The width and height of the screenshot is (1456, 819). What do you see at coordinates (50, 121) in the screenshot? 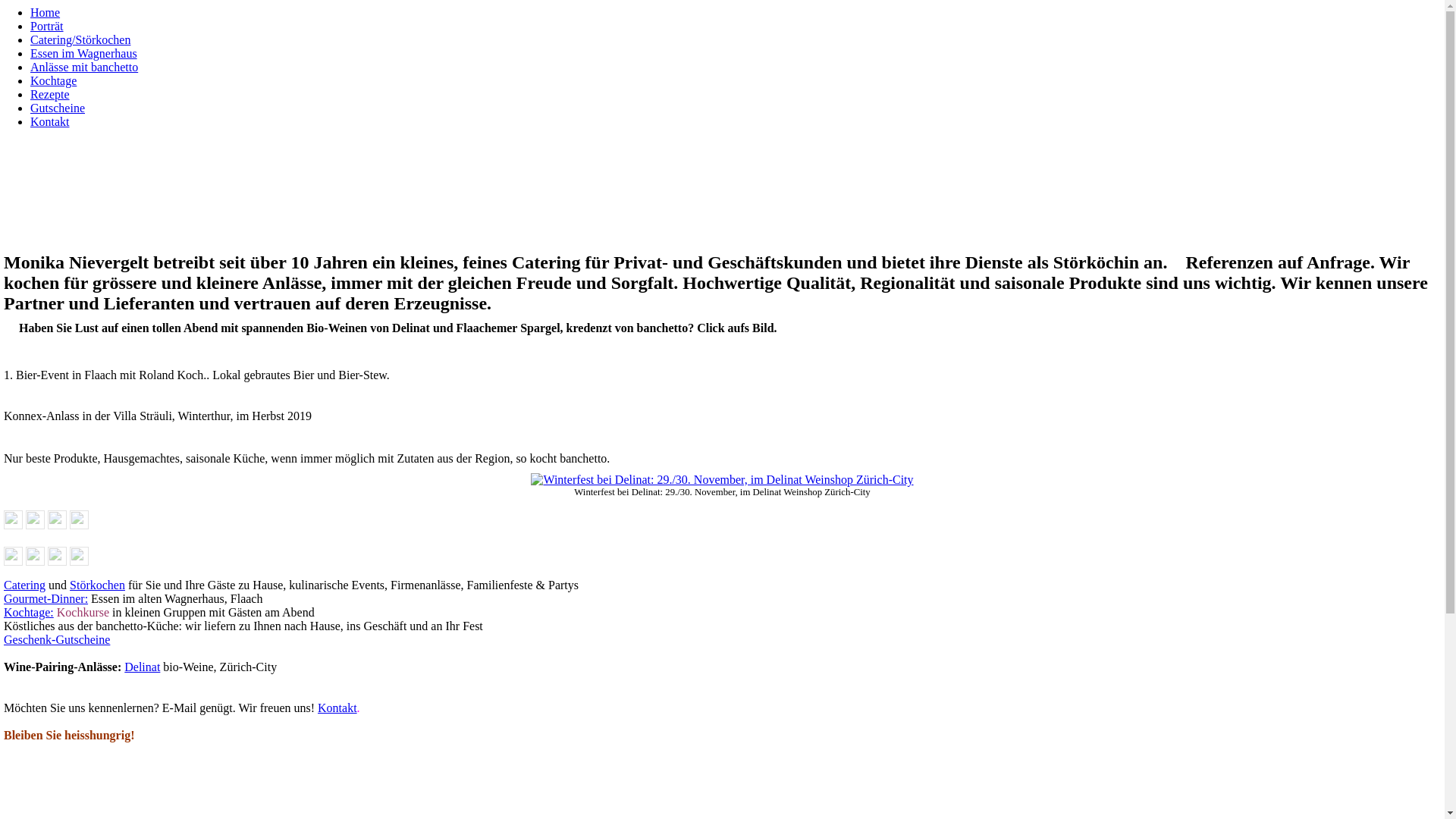
I see `'Kontakt'` at bounding box center [50, 121].